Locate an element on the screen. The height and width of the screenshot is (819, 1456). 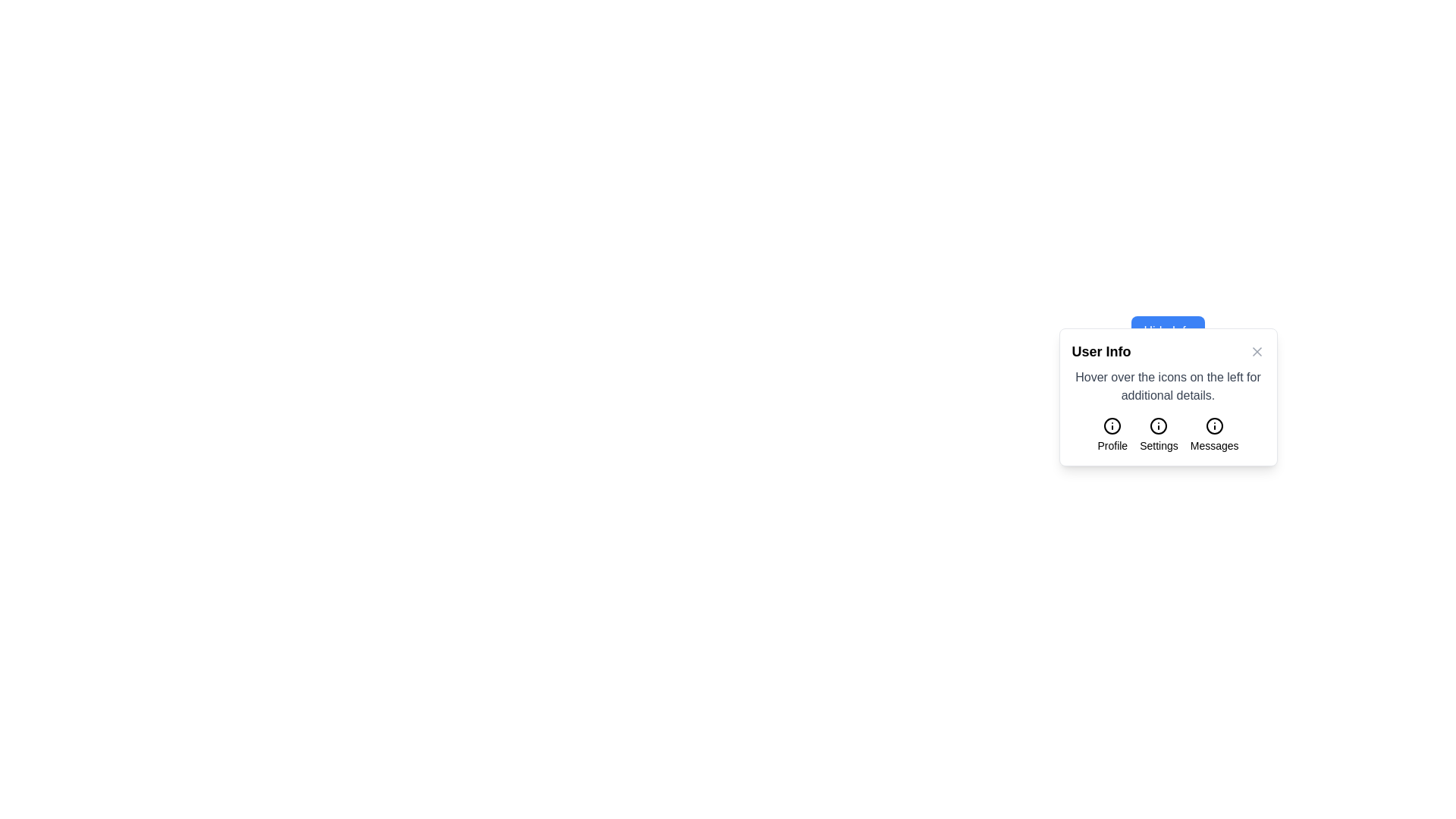
the Text label that describes the settings icon located directly beneath it, which is part of a horizontal group of options including 'Profile', 'Settings', and 'Messages' is located at coordinates (1158, 444).